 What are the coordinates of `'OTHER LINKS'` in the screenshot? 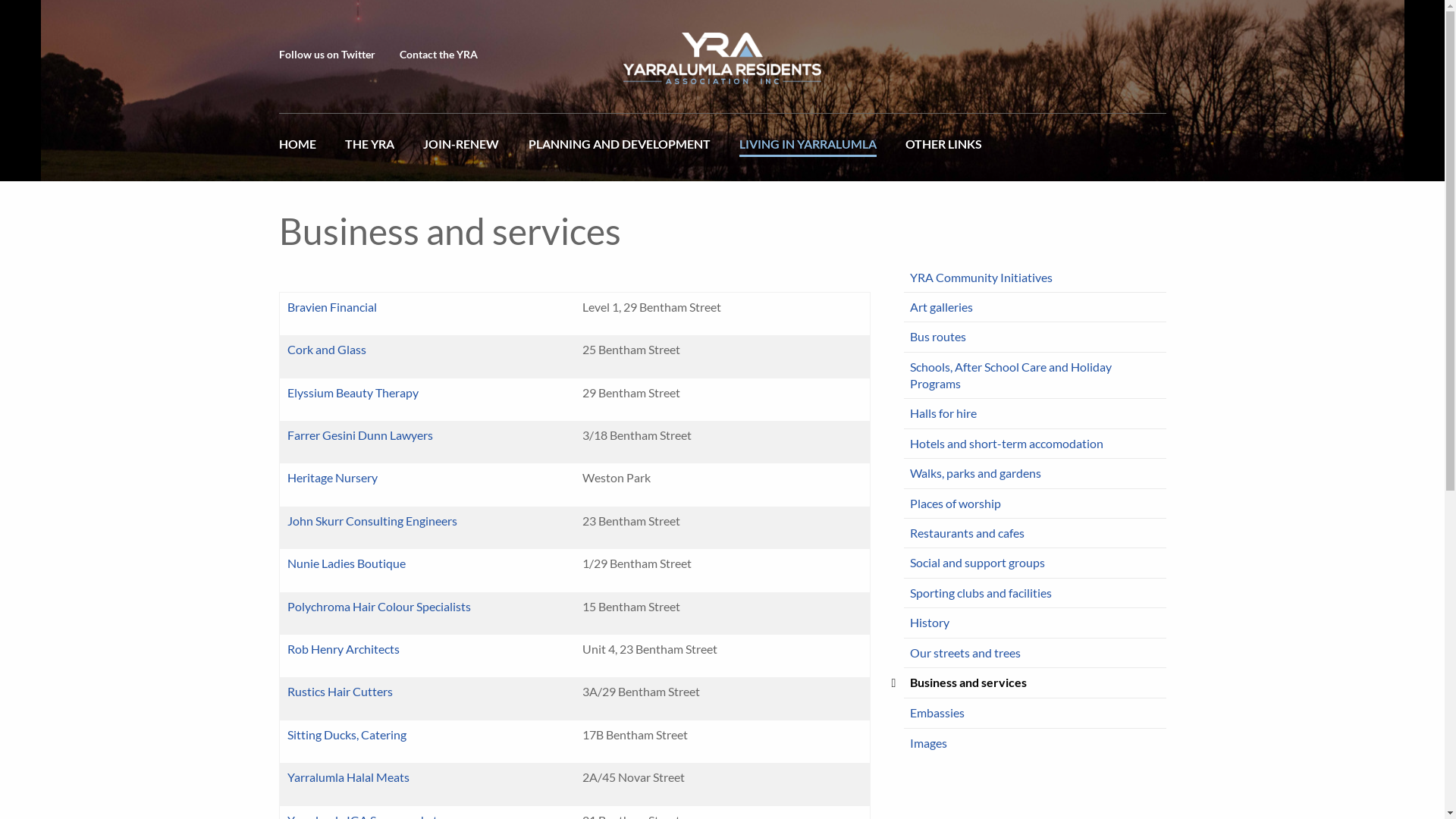 It's located at (943, 147).